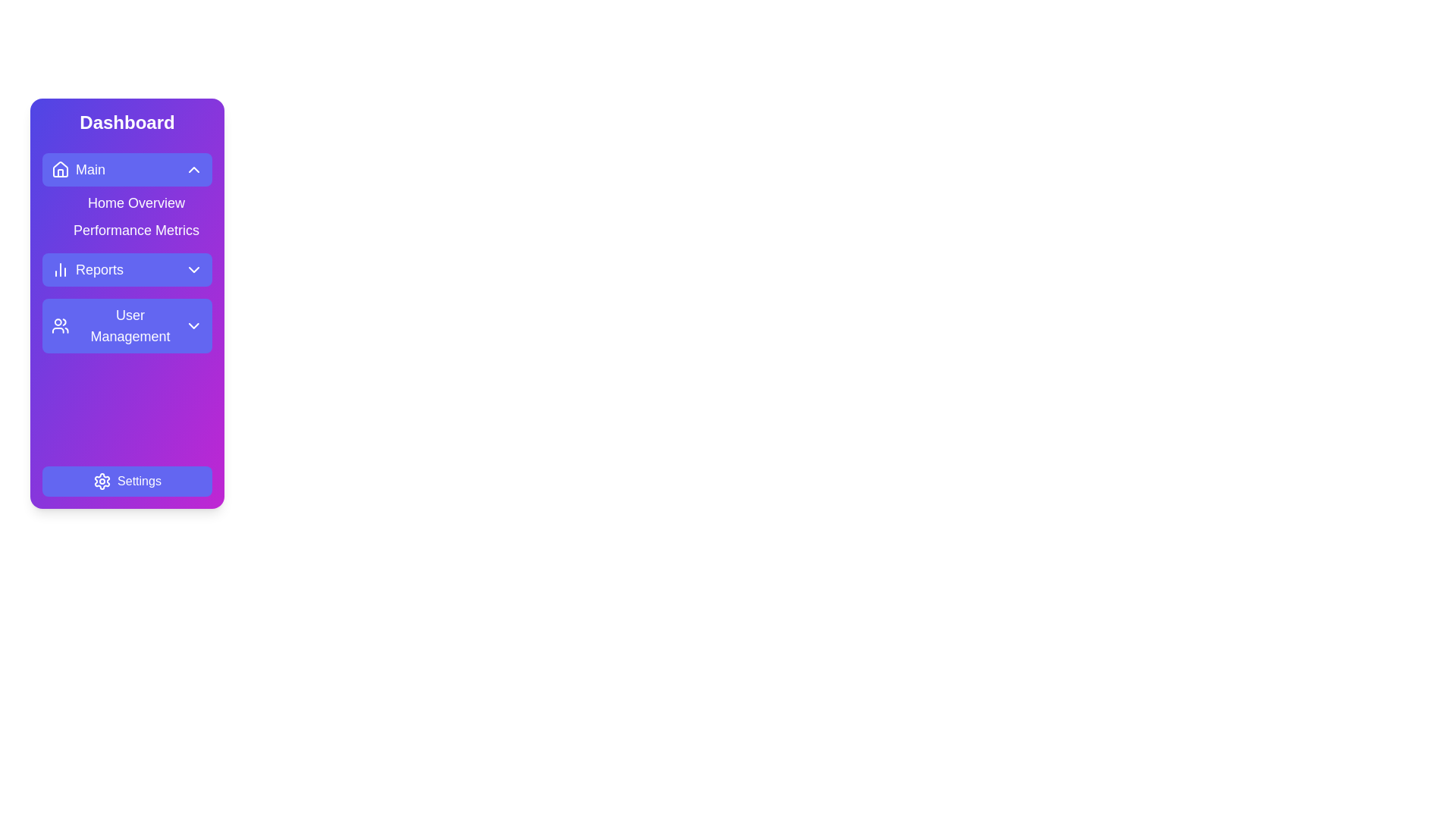 The image size is (1456, 819). I want to click on the Chevron icon located to the right of the 'User Management' text within the indigo button, so click(193, 325).